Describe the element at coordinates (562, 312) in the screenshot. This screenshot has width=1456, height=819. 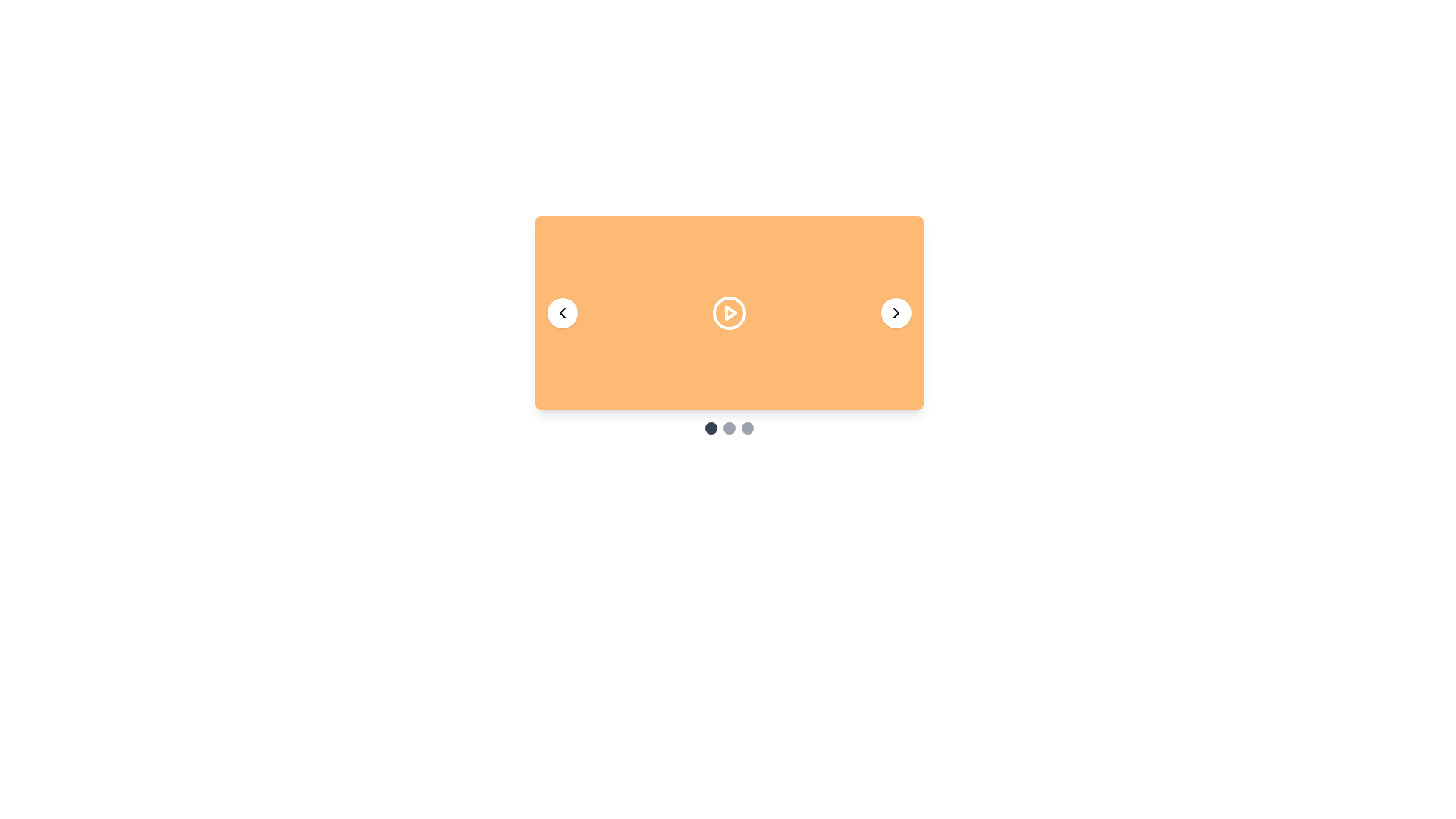
I see `the left-facing chevron icon for navigation located on the left side of the orange rectangular panel` at that location.